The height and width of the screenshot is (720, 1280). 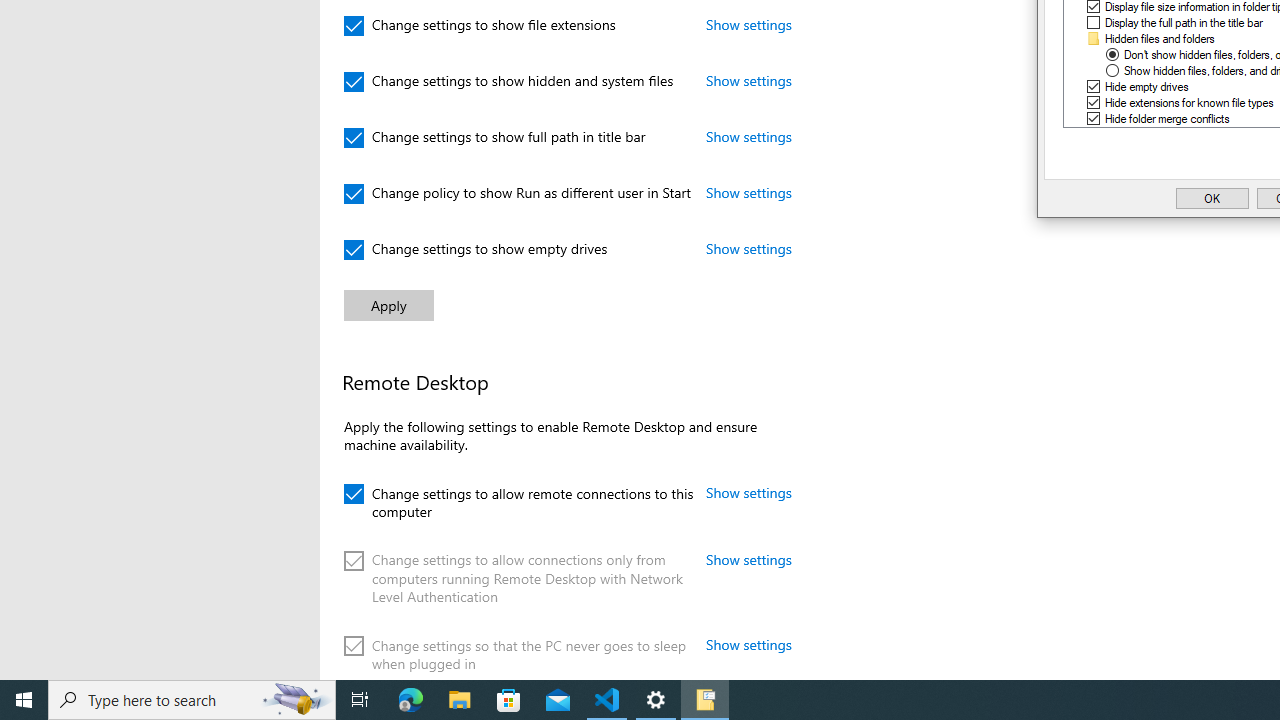 What do you see at coordinates (509, 698) in the screenshot?
I see `'Microsoft Store'` at bounding box center [509, 698].